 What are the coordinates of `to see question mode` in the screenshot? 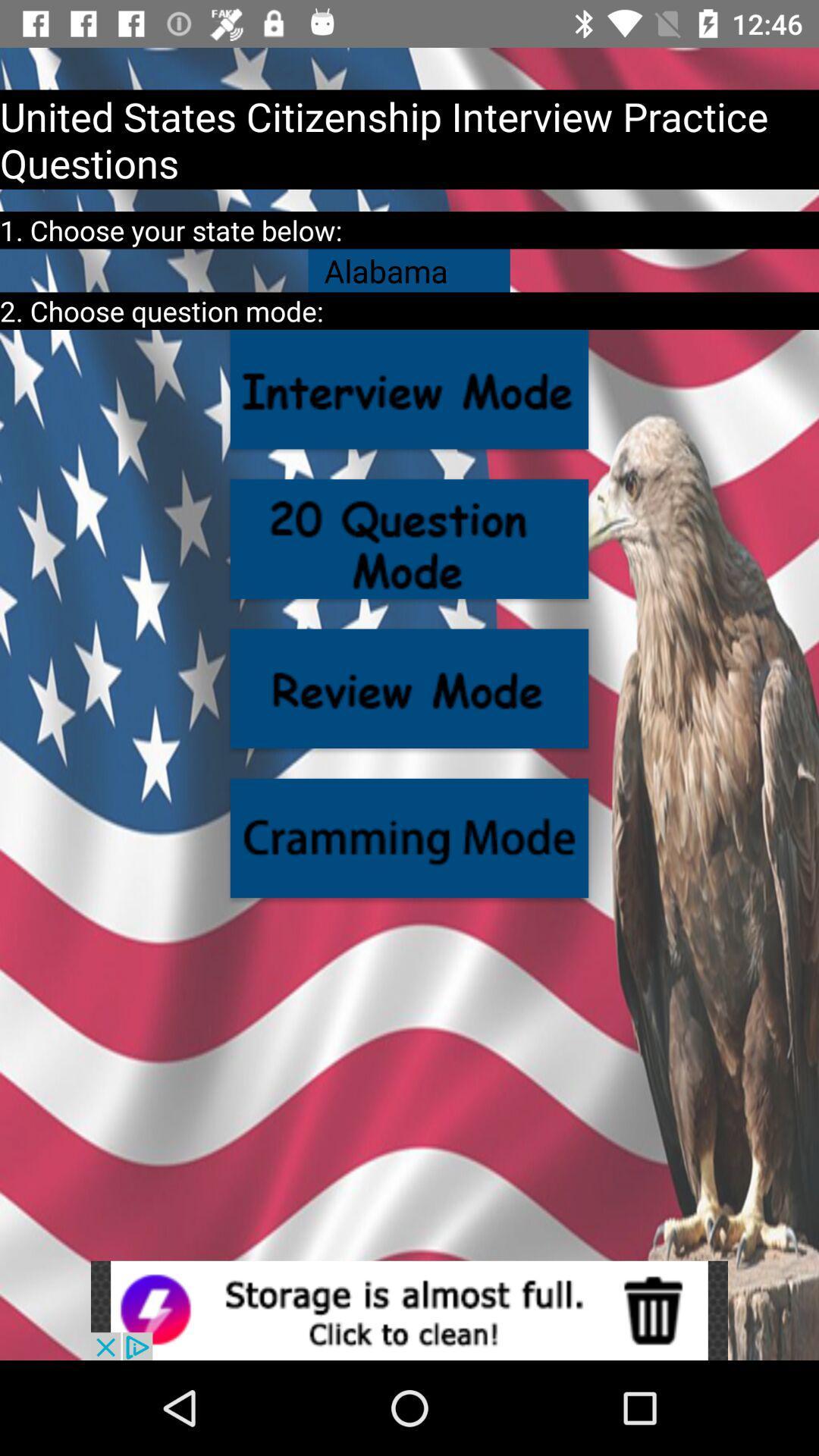 It's located at (409, 538).